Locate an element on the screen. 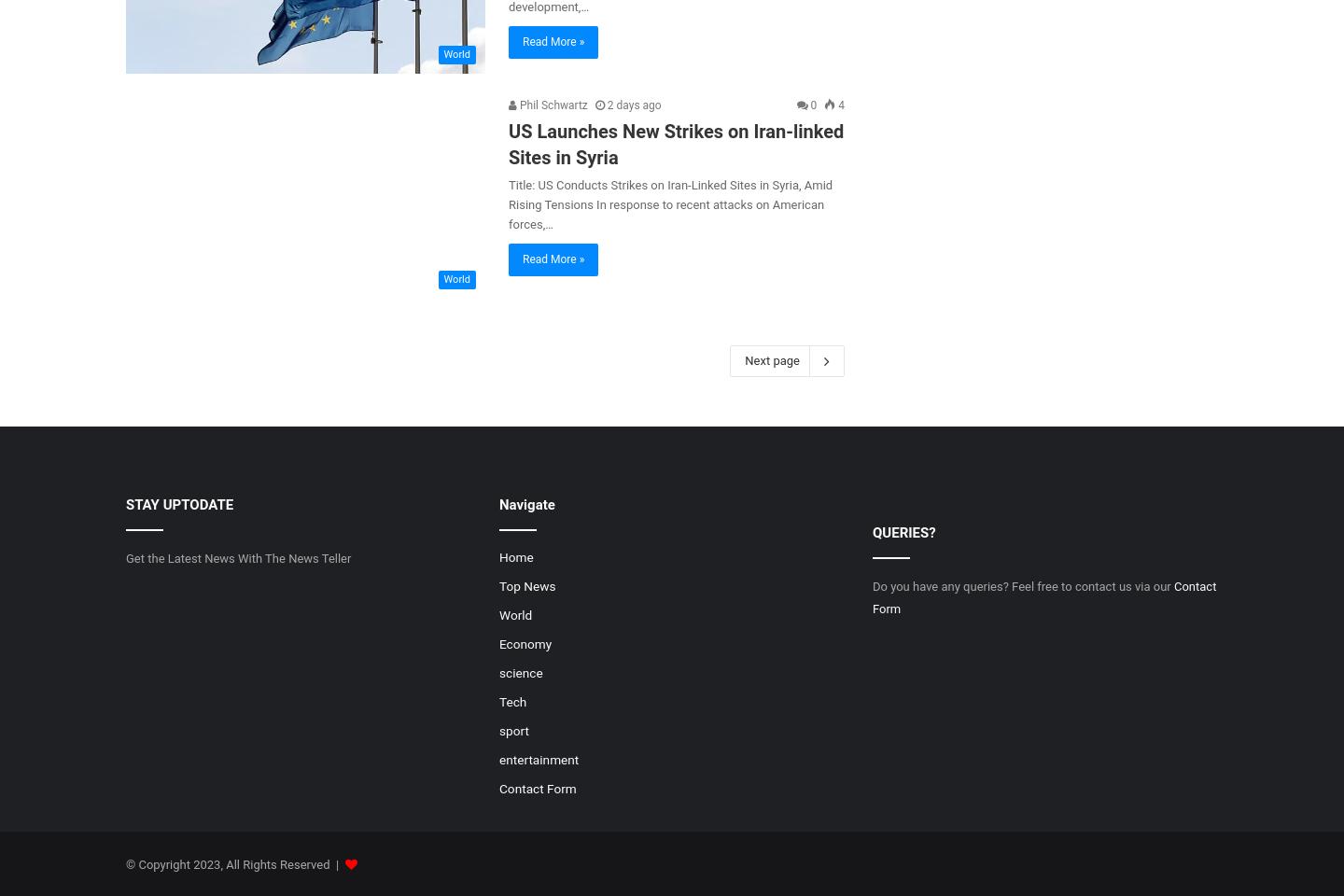  'QUERIES?' is located at coordinates (902, 533).